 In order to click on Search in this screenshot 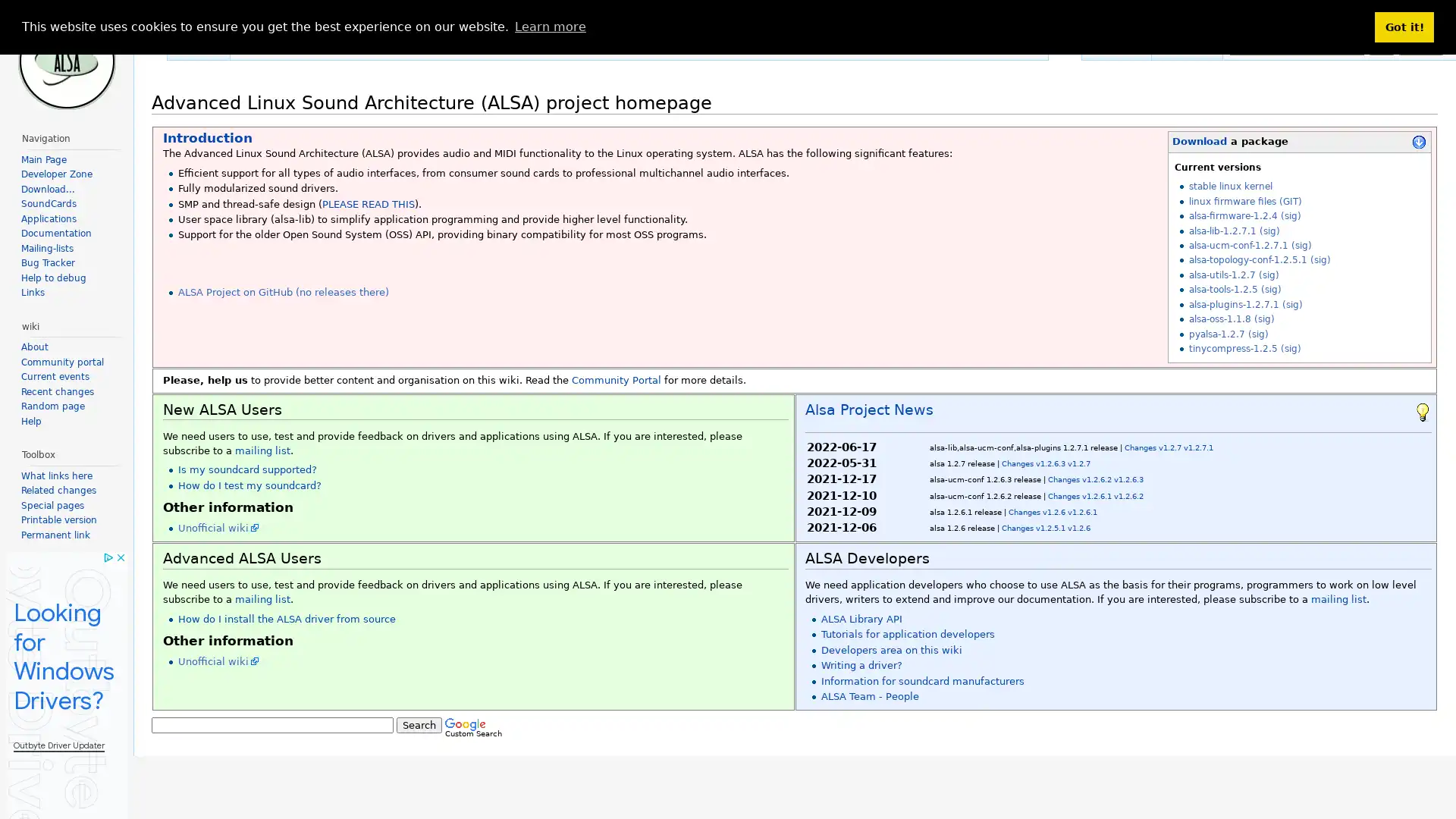, I will do `click(419, 723)`.